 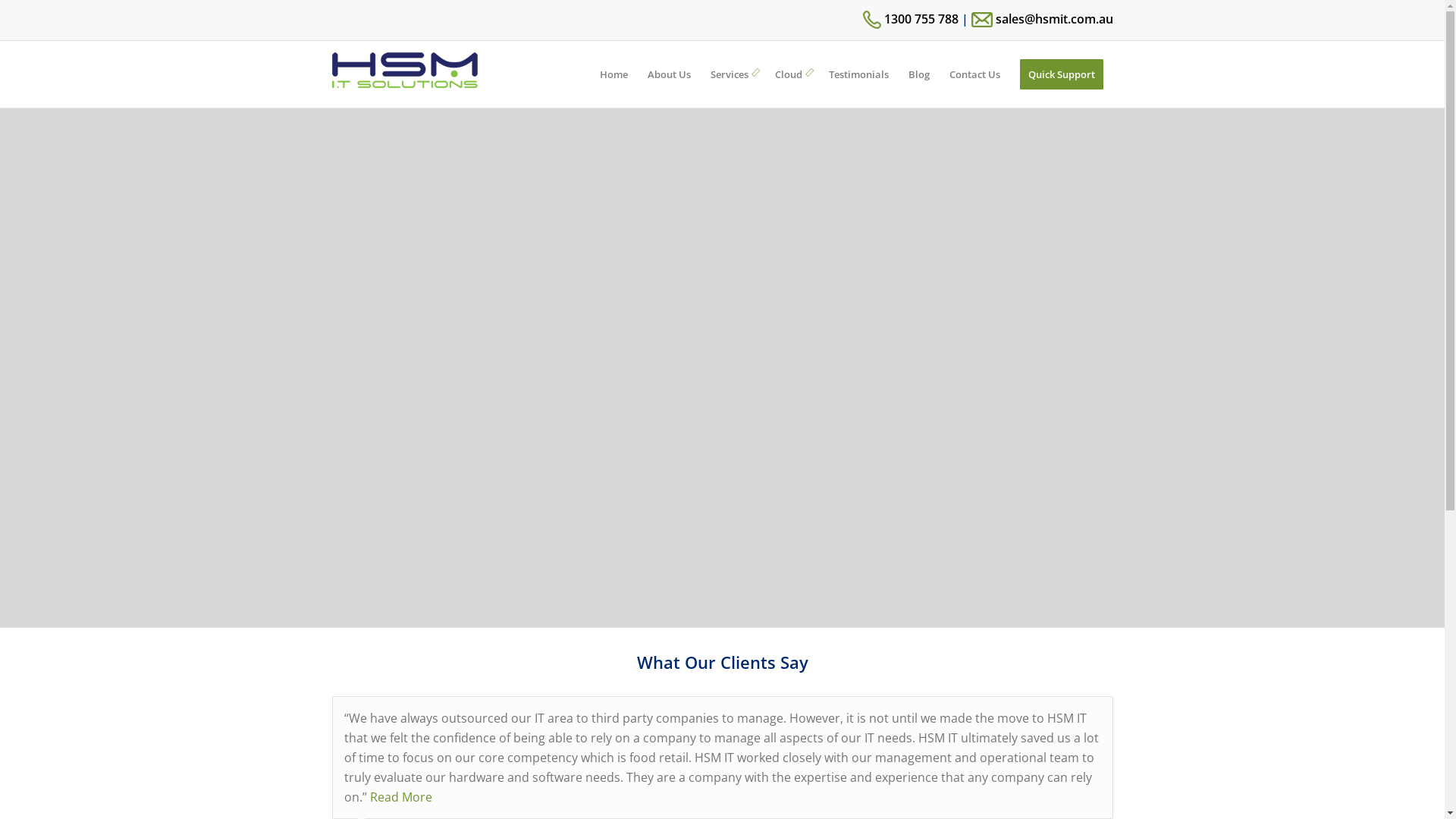 I want to click on '1300 755 788', so click(x=910, y=18).